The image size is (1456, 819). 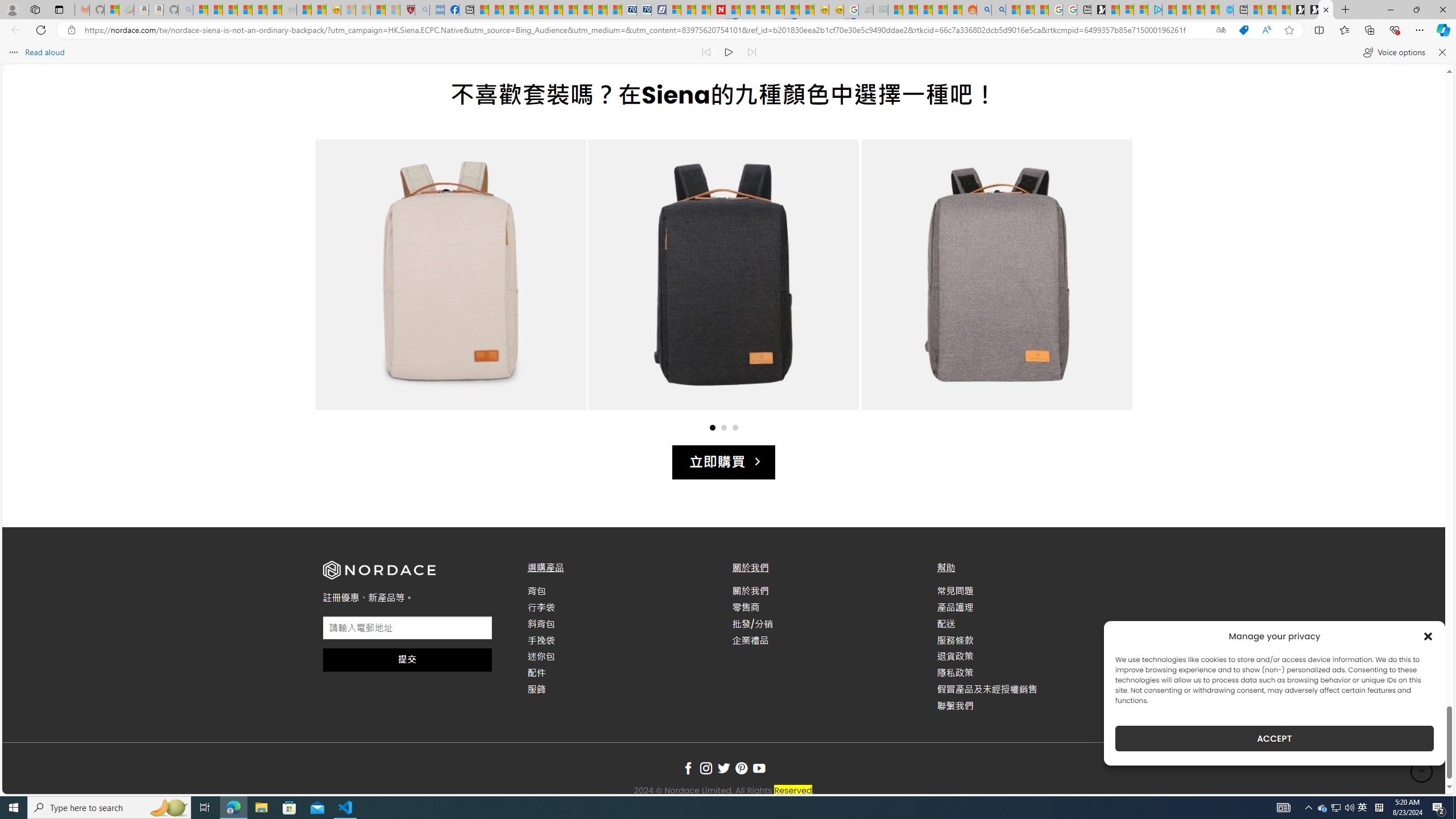 I want to click on 'This site has coupons! Shopping in Microsoft Edge', so click(x=1243, y=30).